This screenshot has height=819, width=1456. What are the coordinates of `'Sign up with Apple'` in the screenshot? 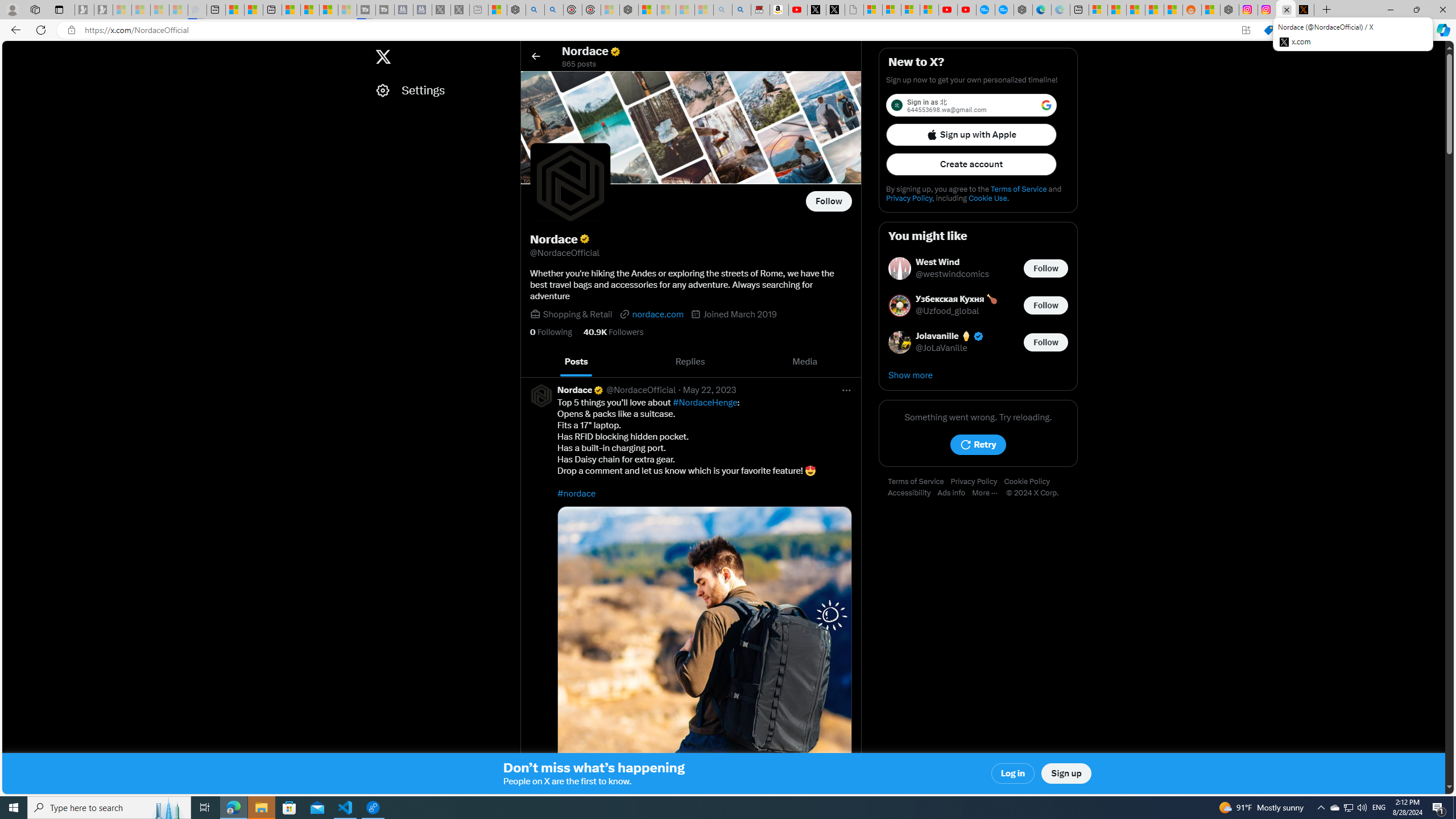 It's located at (971, 134).